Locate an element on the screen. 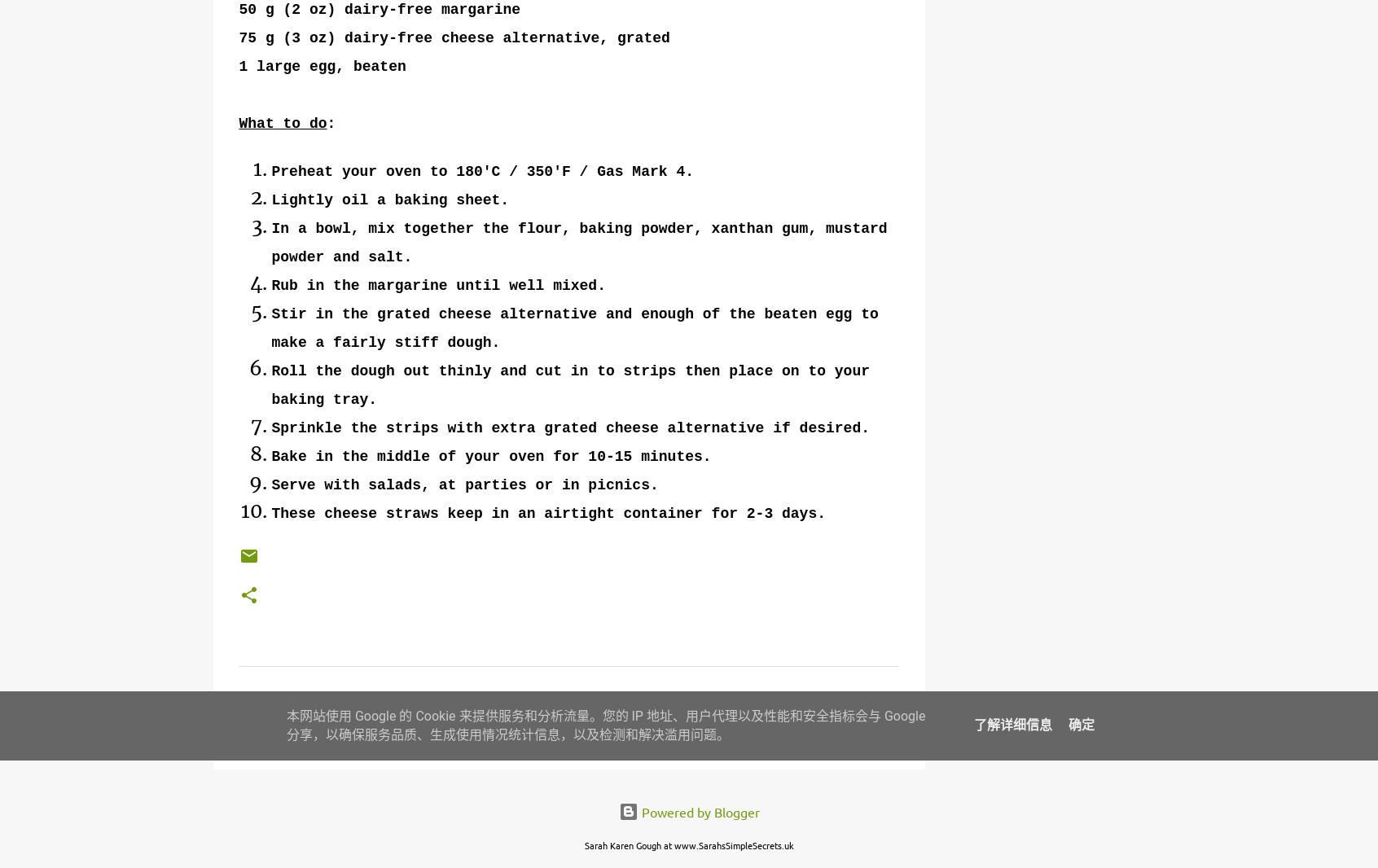 The image size is (1378, 868). '75 g (3 oz) dairy-free cheese alternative, grated' is located at coordinates (454, 37).